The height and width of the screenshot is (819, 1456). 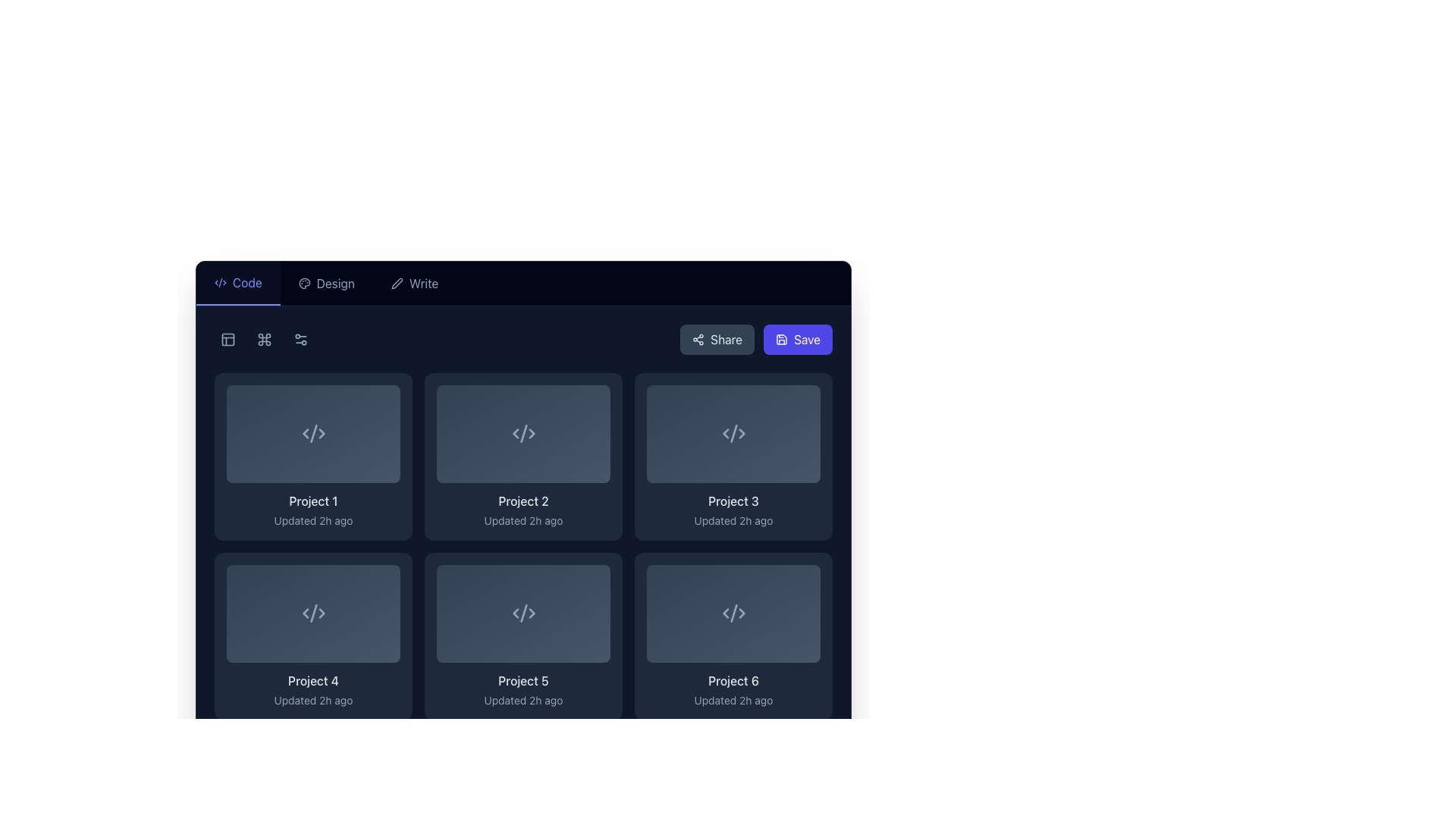 I want to click on the layered icon composed of three stylized, overlapping geometric shapes with a stroke style and gray color, located in the second row, first column of the grid layout, so click(x=397, y=567).